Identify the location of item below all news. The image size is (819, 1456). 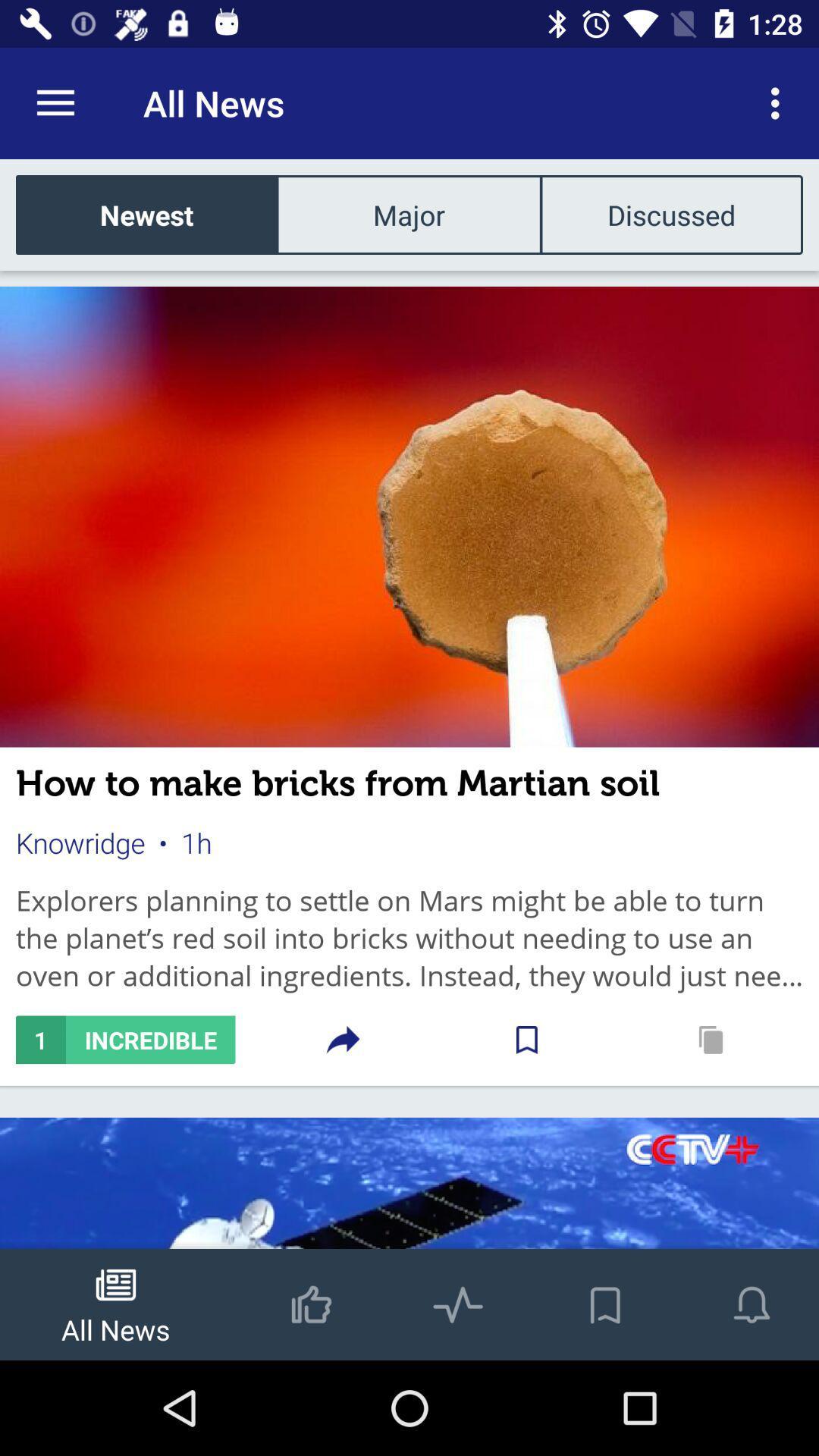
(408, 214).